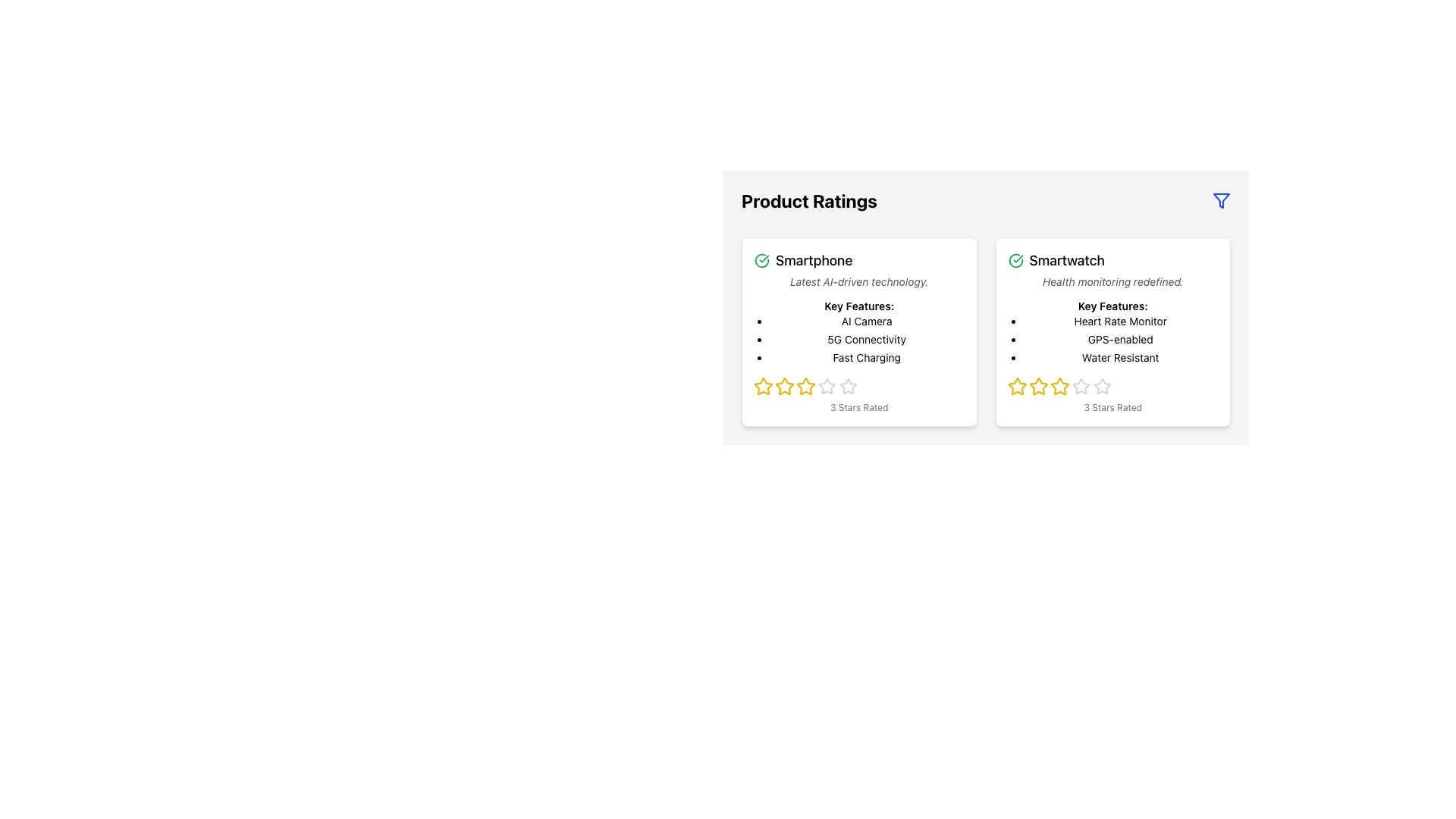 This screenshot has width=1456, height=819. What do you see at coordinates (805, 385) in the screenshot?
I see `the third Rating Star Icon, which has a hollow center and yellow outline, located in the lower section of the Smartphone product card` at bounding box center [805, 385].